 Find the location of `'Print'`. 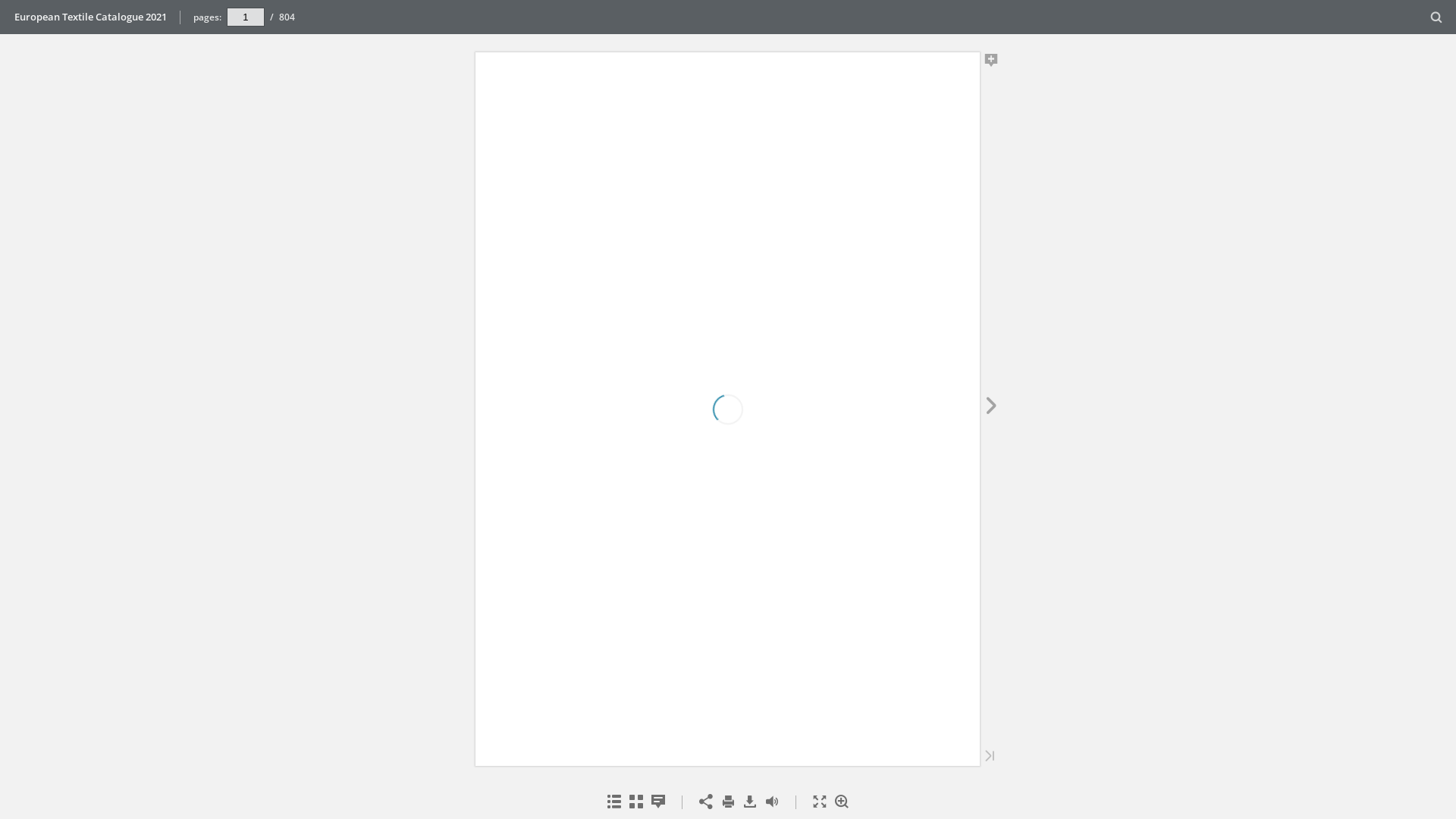

'Print' is located at coordinates (728, 801).